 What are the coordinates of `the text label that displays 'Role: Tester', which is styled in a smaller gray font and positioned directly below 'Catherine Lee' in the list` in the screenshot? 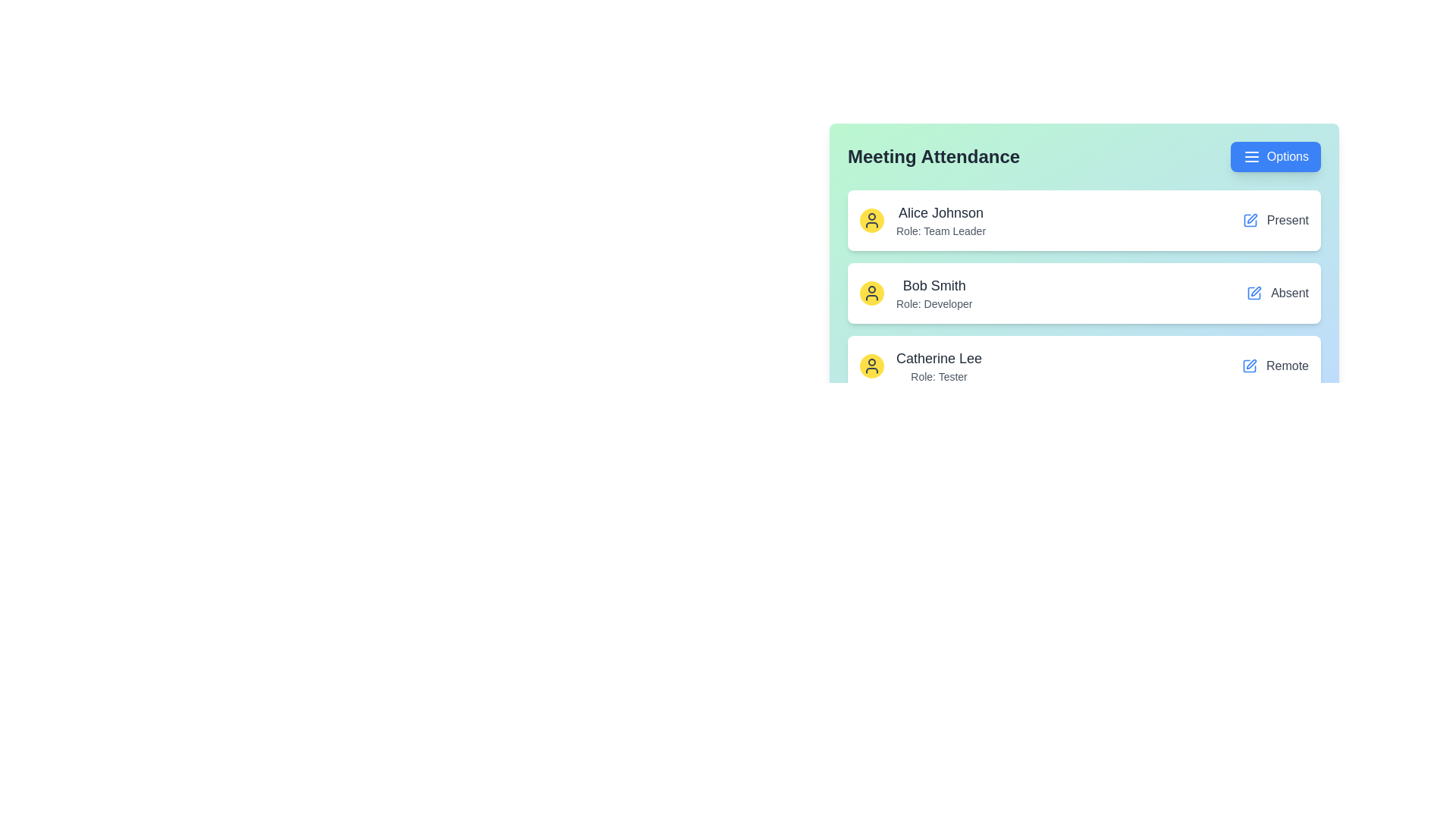 It's located at (938, 376).